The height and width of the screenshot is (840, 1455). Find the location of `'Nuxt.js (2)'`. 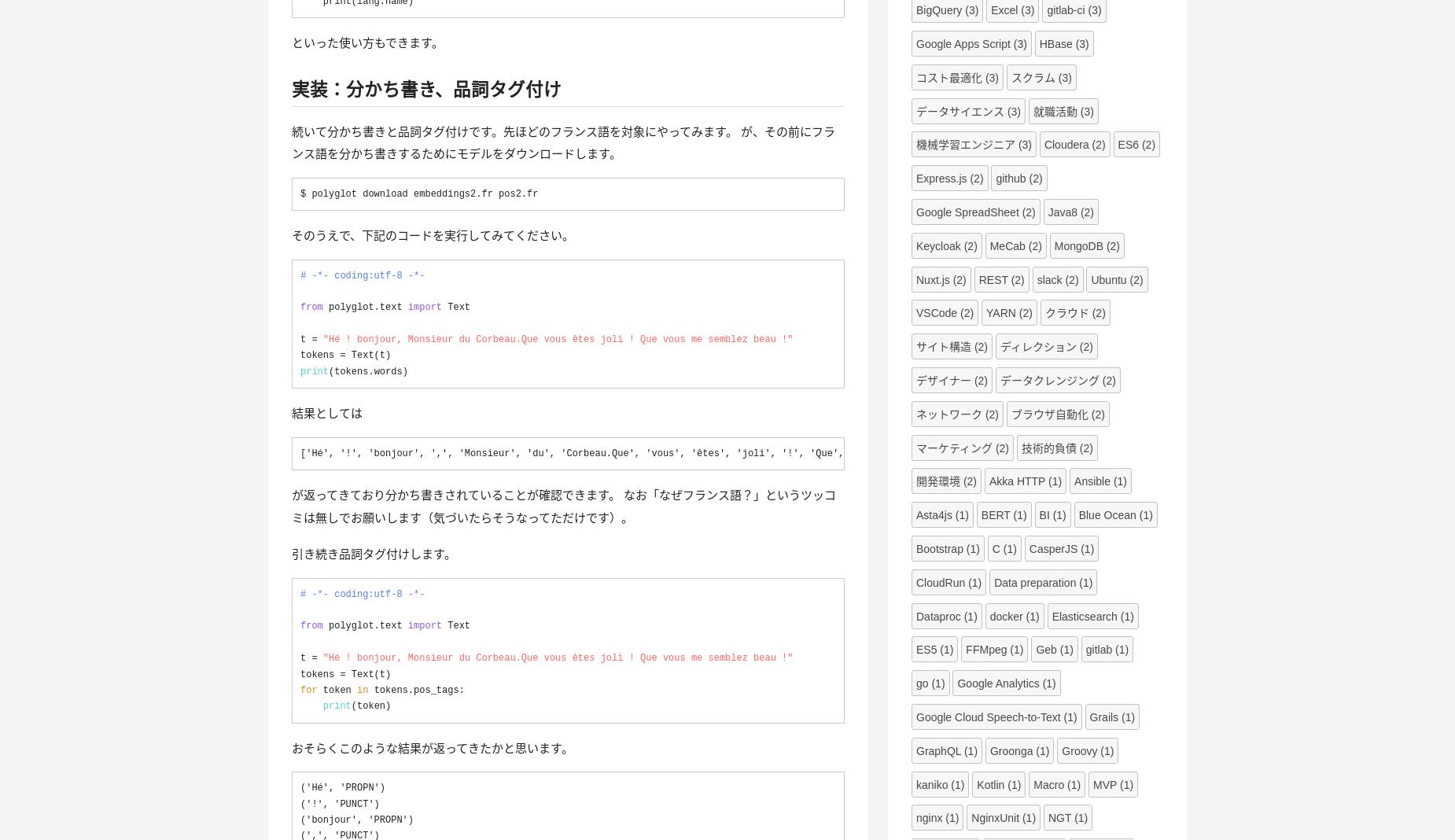

'Nuxt.js (2)' is located at coordinates (940, 278).